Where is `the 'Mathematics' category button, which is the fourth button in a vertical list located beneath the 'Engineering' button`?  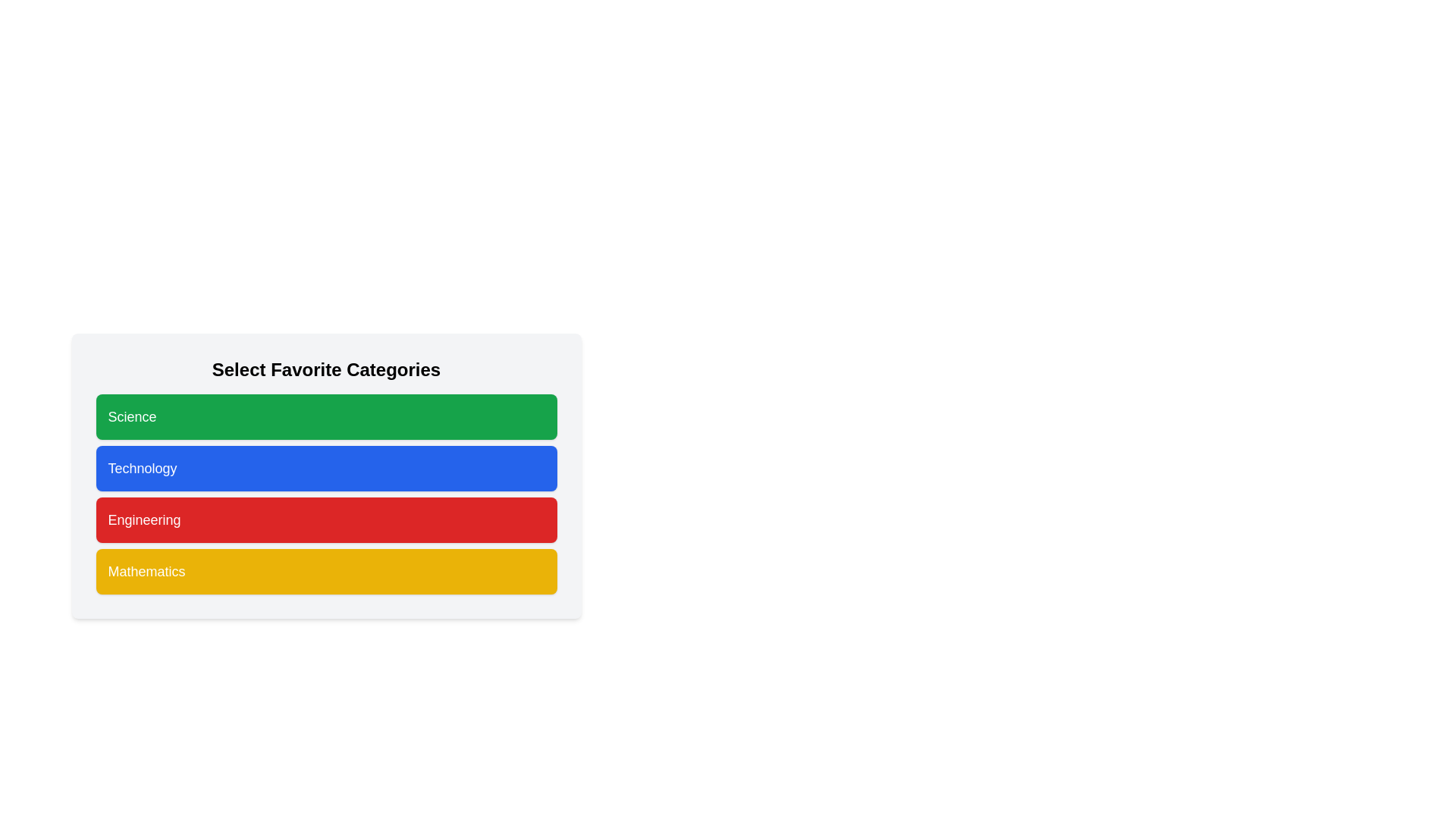 the 'Mathematics' category button, which is the fourth button in a vertical list located beneath the 'Engineering' button is located at coordinates (325, 571).